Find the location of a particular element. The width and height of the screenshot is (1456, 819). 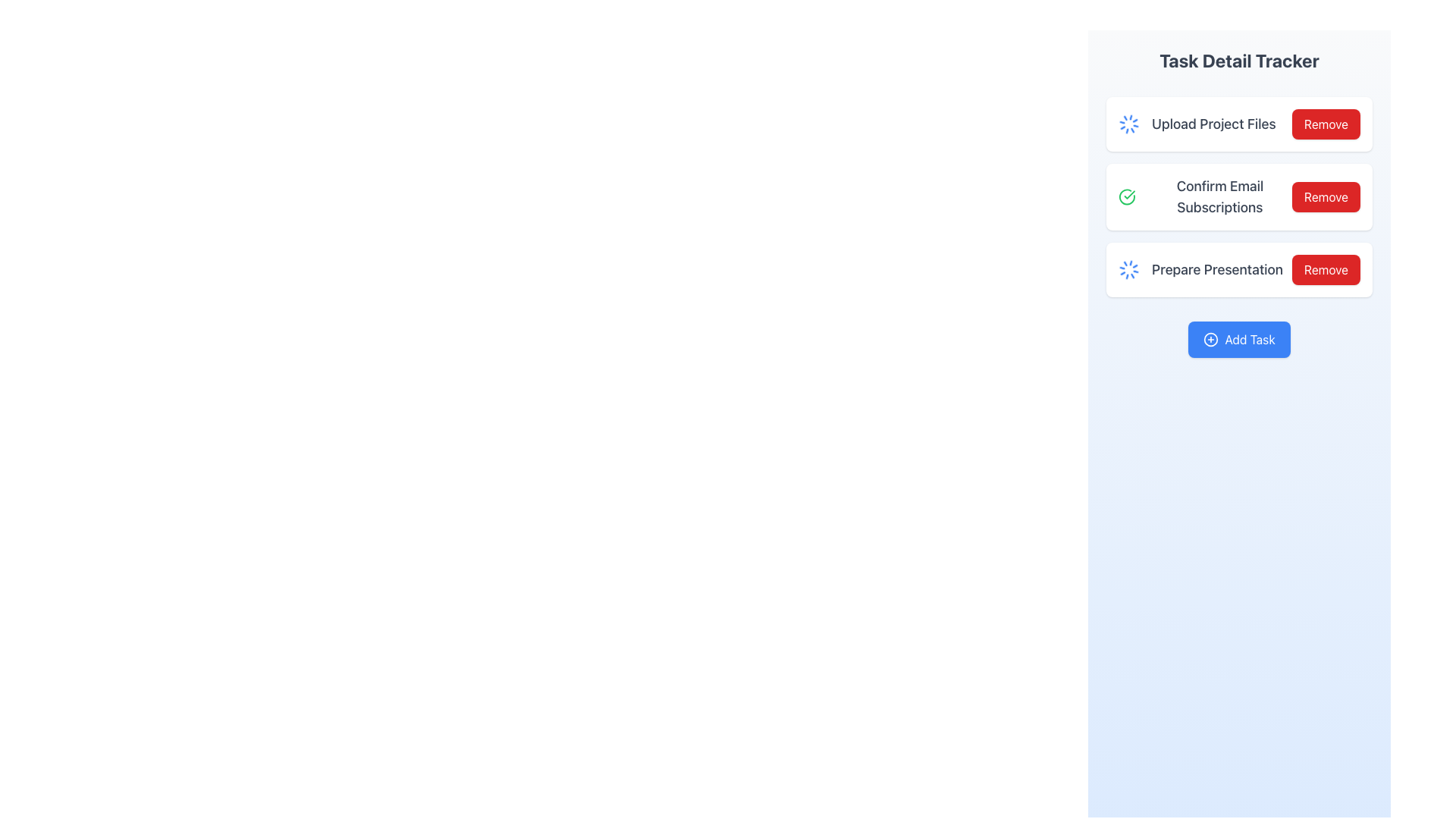

the circular green checkmark icon indicating a successful action within the 'Confirm Email Subscriptions' row under the 'Task Detail Tracker' section is located at coordinates (1127, 196).